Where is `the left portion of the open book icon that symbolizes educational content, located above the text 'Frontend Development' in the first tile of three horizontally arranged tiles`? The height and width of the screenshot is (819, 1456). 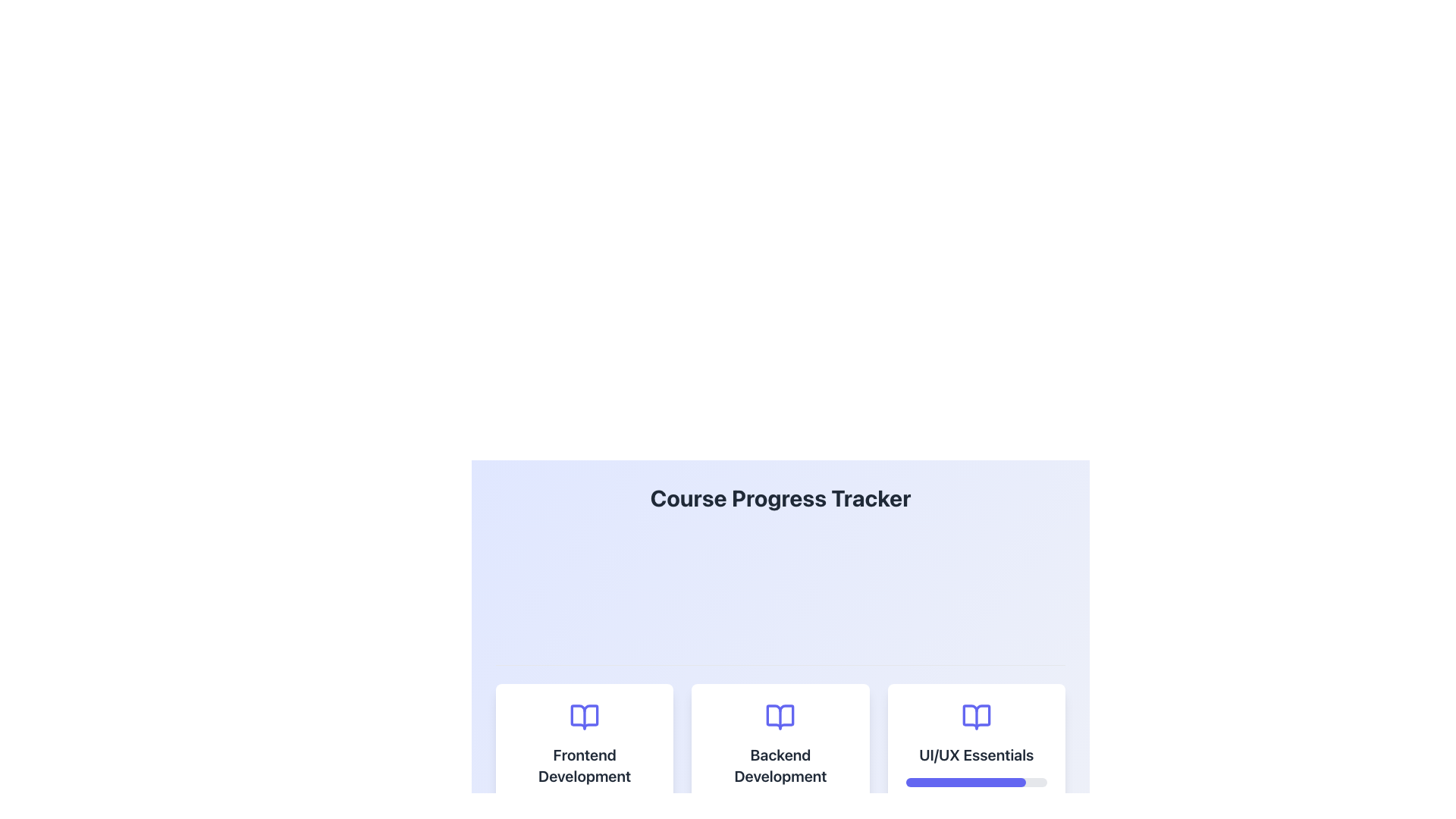
the left portion of the open book icon that symbolizes educational content, located above the text 'Frontend Development' in the first tile of three horizontally arranged tiles is located at coordinates (584, 717).